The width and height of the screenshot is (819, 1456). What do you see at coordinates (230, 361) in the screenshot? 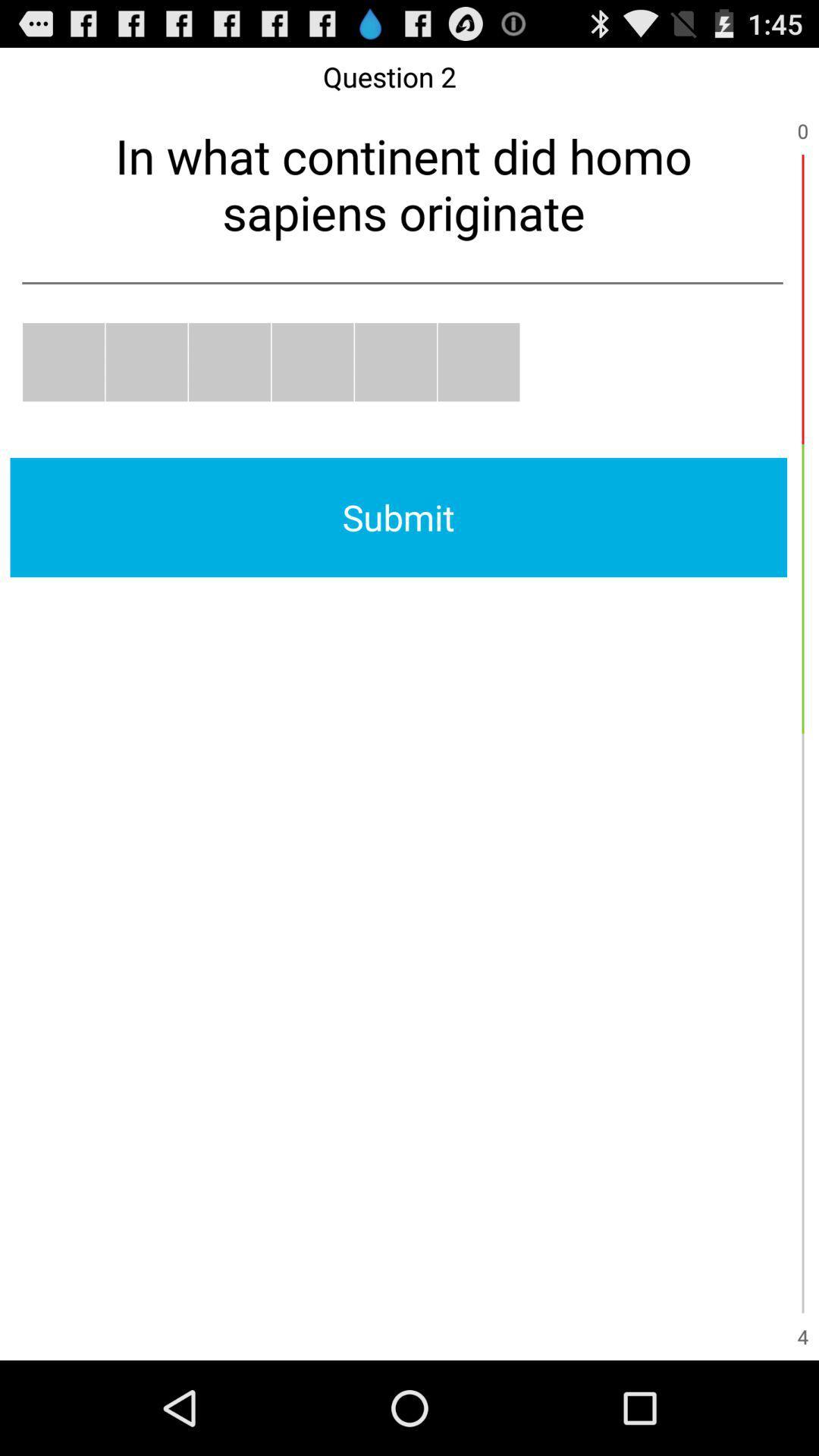
I see `the item above submit item` at bounding box center [230, 361].